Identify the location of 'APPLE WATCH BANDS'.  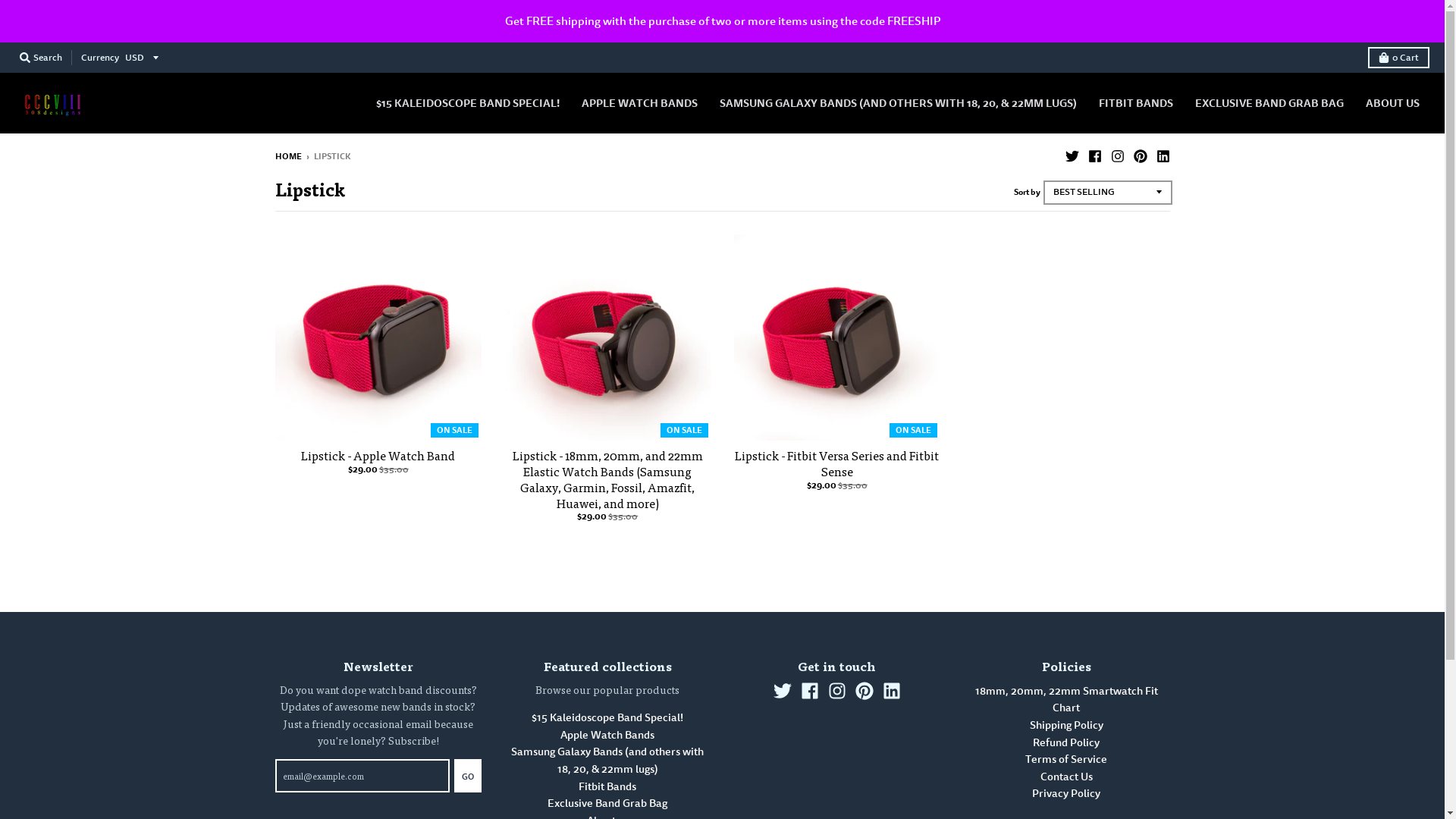
(639, 102).